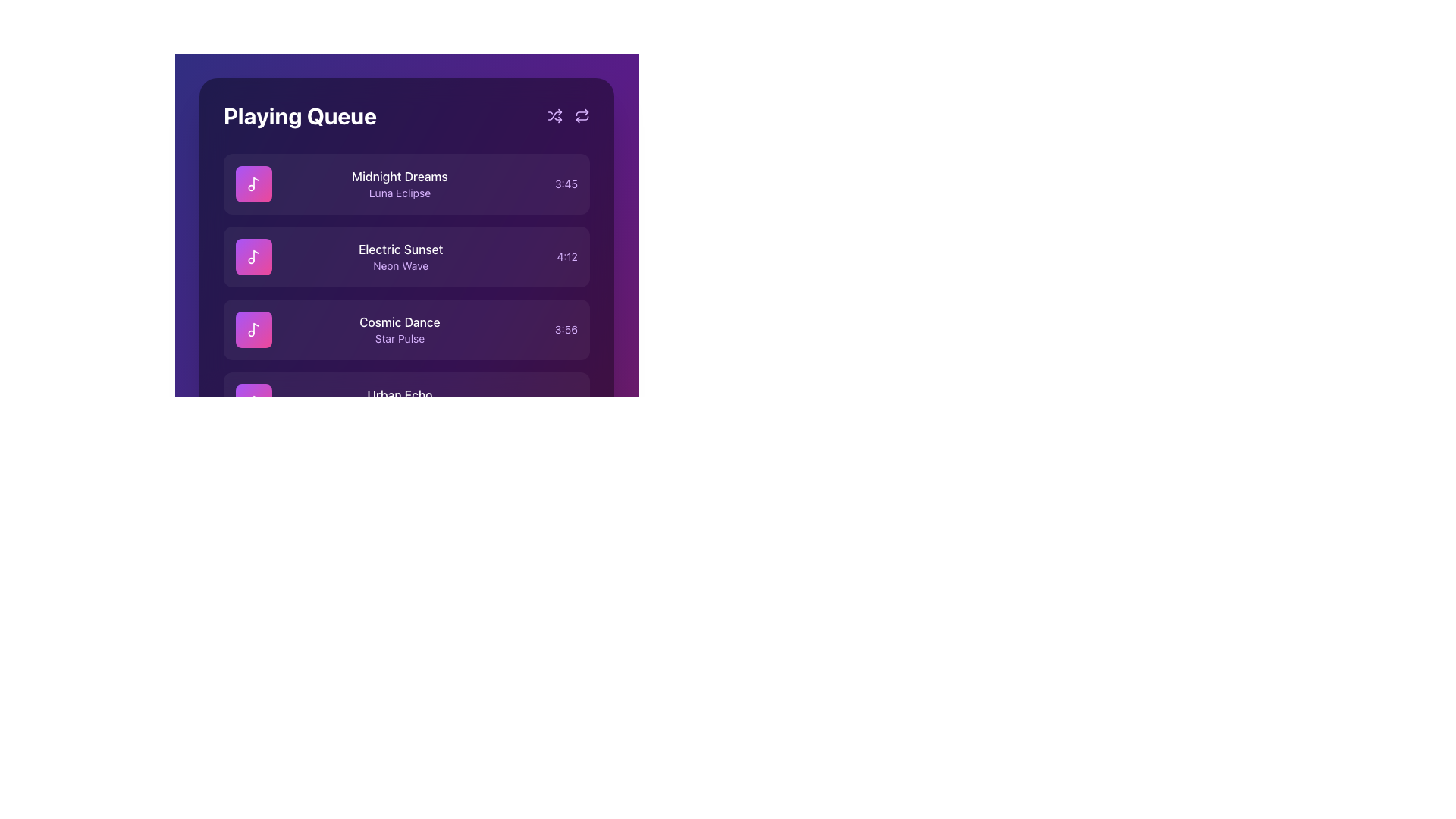 The height and width of the screenshot is (819, 1456). What do you see at coordinates (406, 216) in the screenshot?
I see `the first song card titled 'Midnight Dreams' by 'Luna Eclipse' in the 'Playing Queue' section` at bounding box center [406, 216].